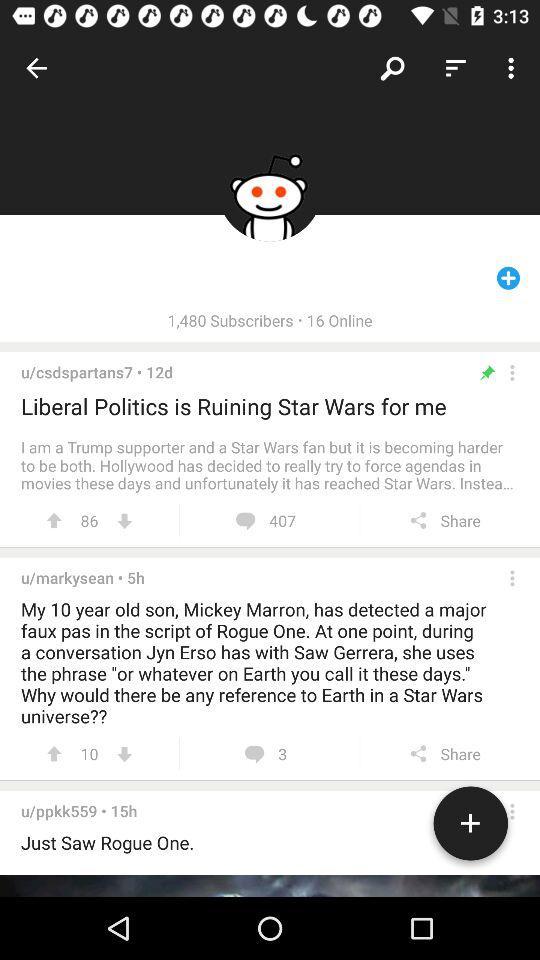  What do you see at coordinates (512, 371) in the screenshot?
I see `expand the post options` at bounding box center [512, 371].